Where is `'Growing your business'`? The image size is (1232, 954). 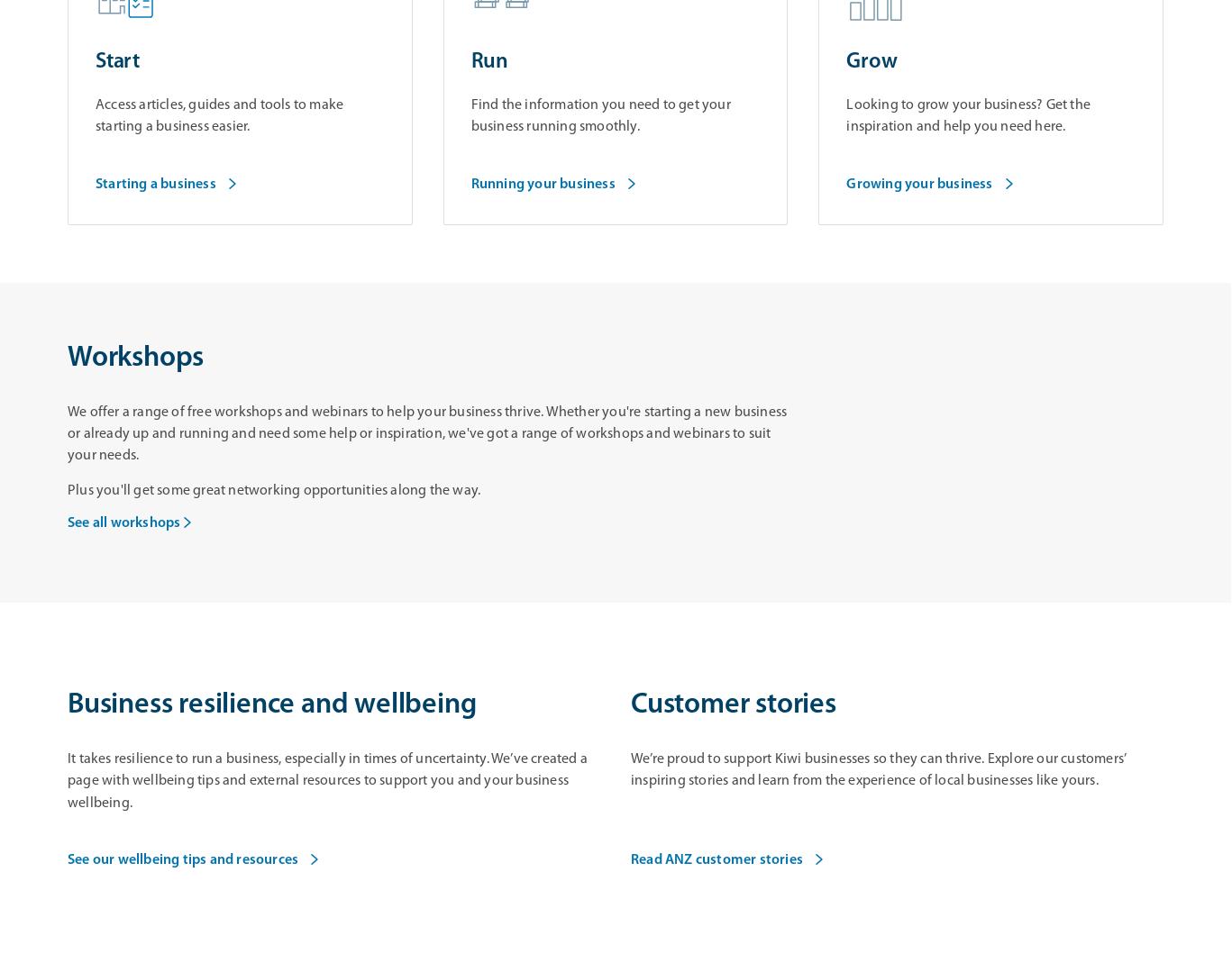
'Growing your business' is located at coordinates (845, 184).